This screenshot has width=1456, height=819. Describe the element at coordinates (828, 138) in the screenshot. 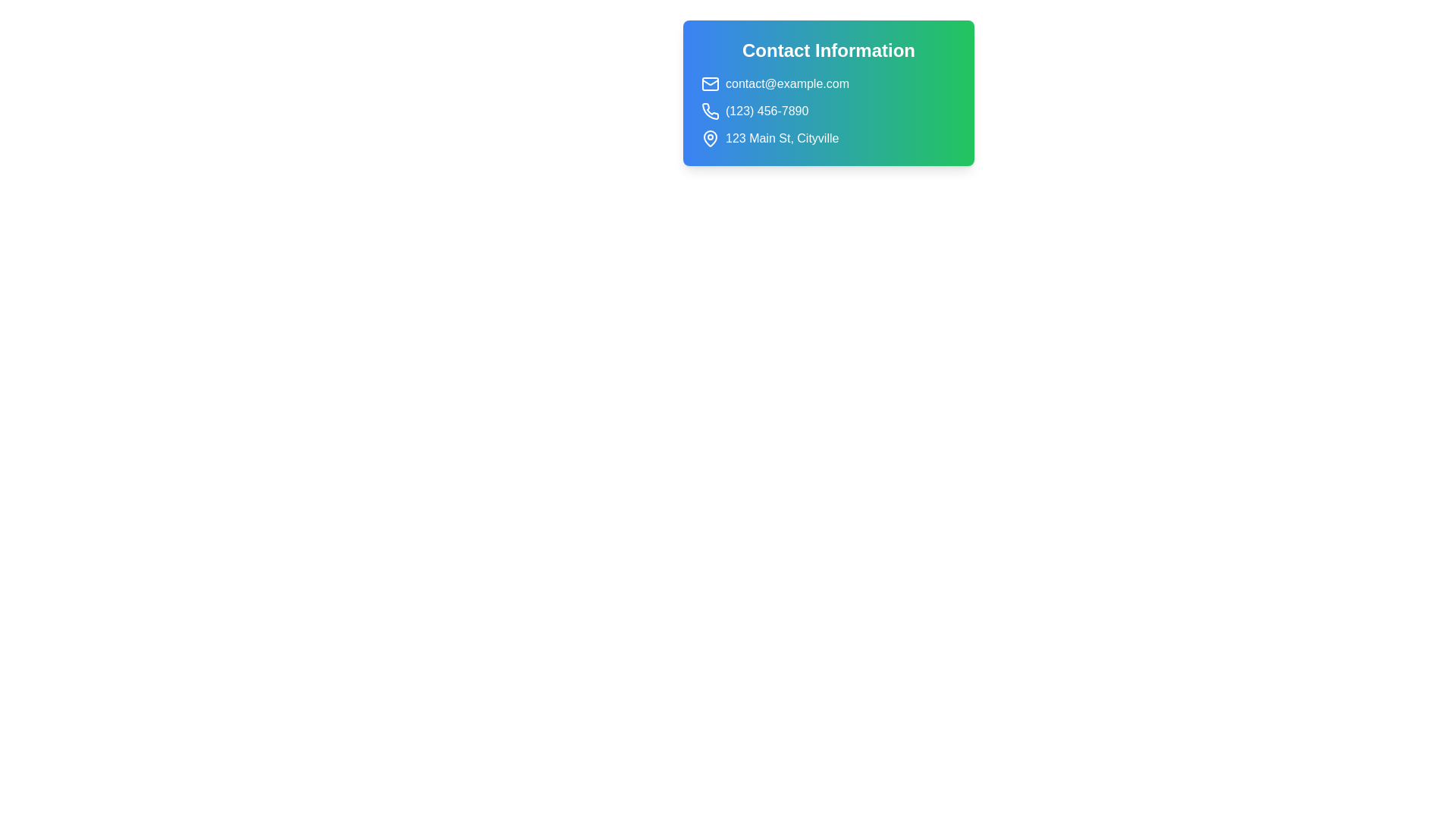

I see `the row containing the location pin icon and the address '123 Main St, Cityville', which is the third and bottommost row of contact details` at that location.